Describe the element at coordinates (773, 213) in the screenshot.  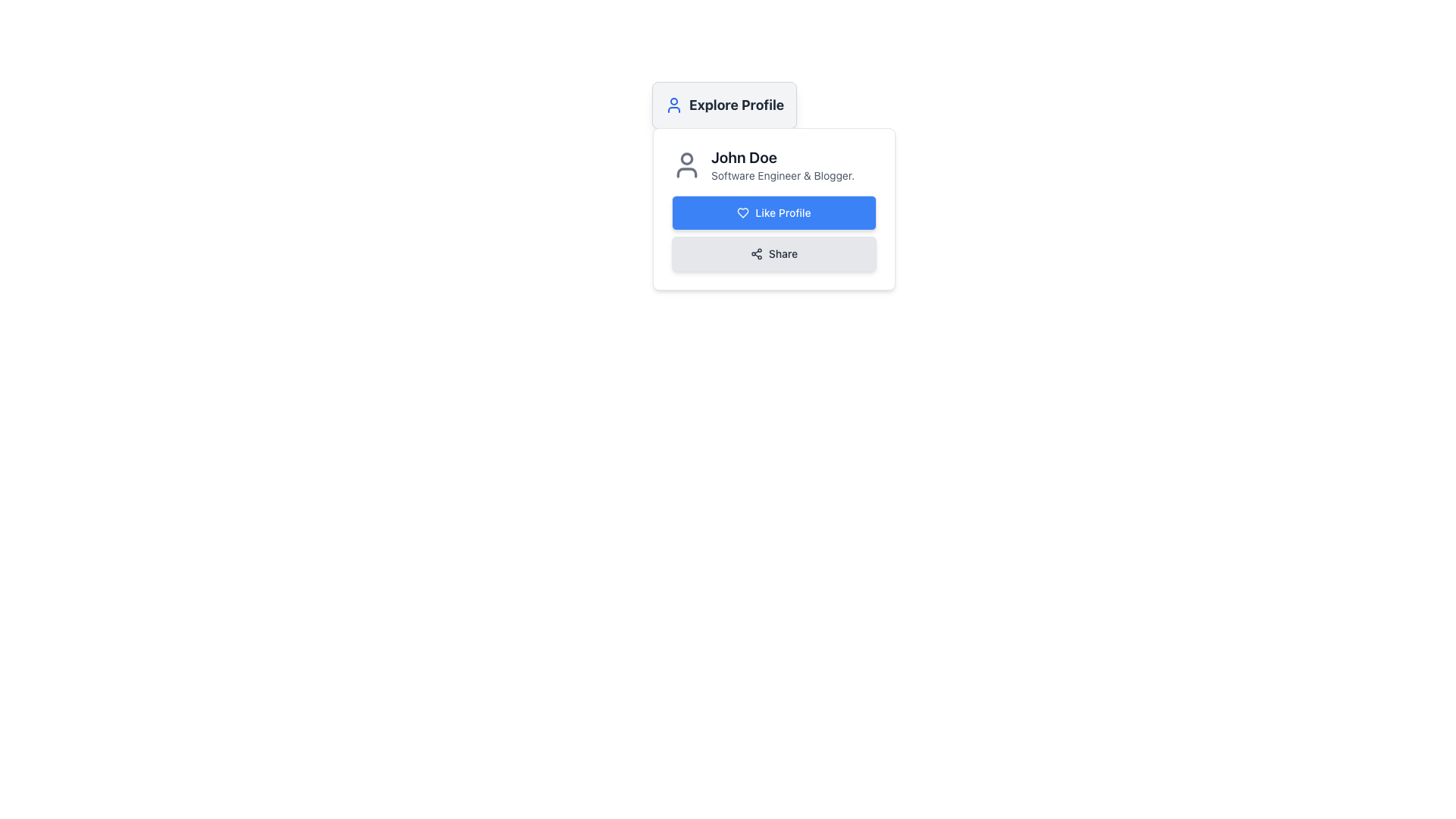
I see `the first button in the vertical stack to like the profile, which is located above the 'Share' button and below the user information` at that location.